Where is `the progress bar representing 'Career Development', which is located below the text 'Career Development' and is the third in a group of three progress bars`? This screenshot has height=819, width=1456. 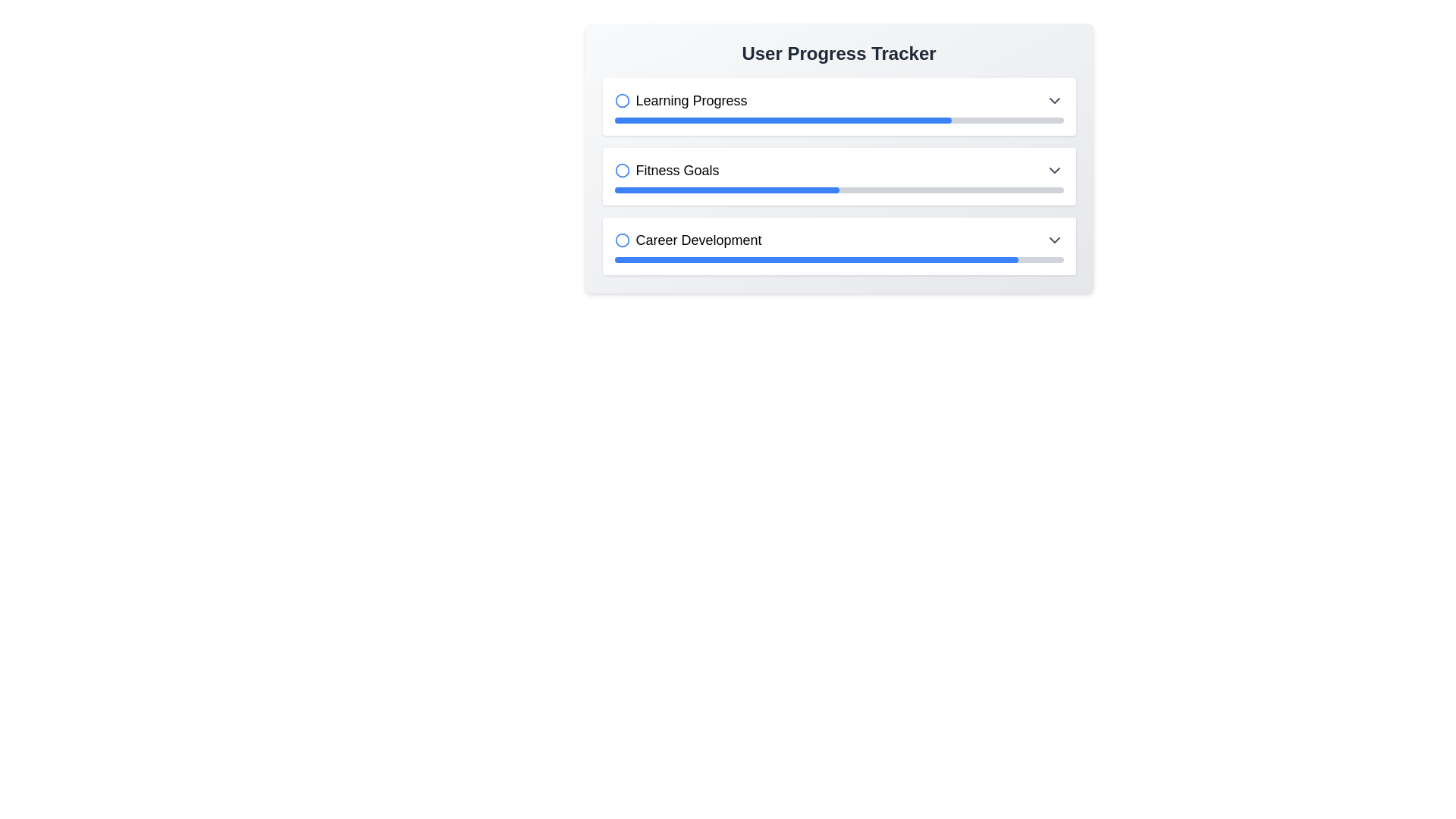 the progress bar representing 'Career Development', which is located below the text 'Career Development' and is the third in a group of three progress bars is located at coordinates (838, 259).